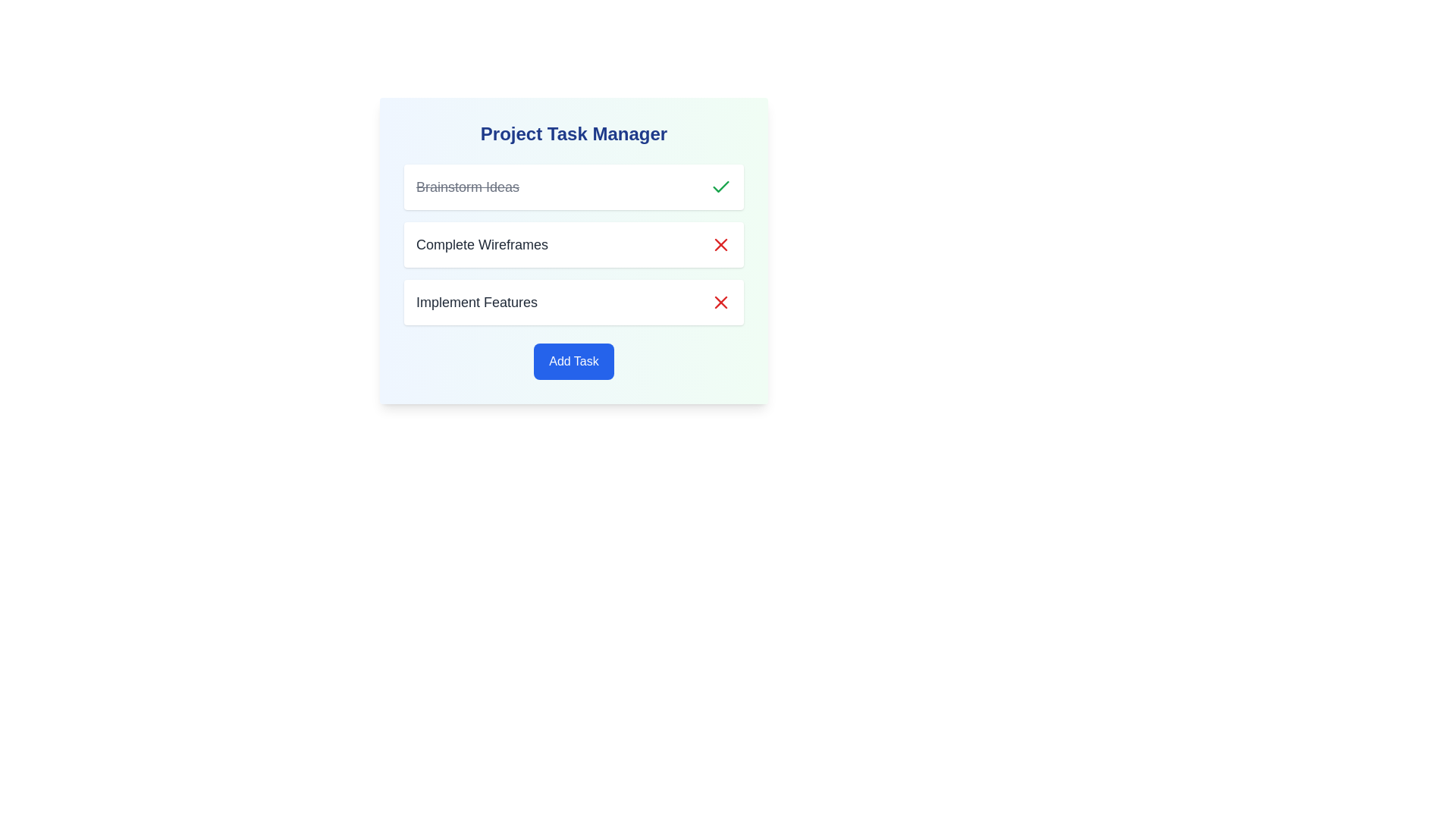  I want to click on the second cross icon in the task list, which is positioned to the right of the 'Complete Wireframes' label, to indicate the option for removing or marking the associated task as incomplete, so click(720, 244).